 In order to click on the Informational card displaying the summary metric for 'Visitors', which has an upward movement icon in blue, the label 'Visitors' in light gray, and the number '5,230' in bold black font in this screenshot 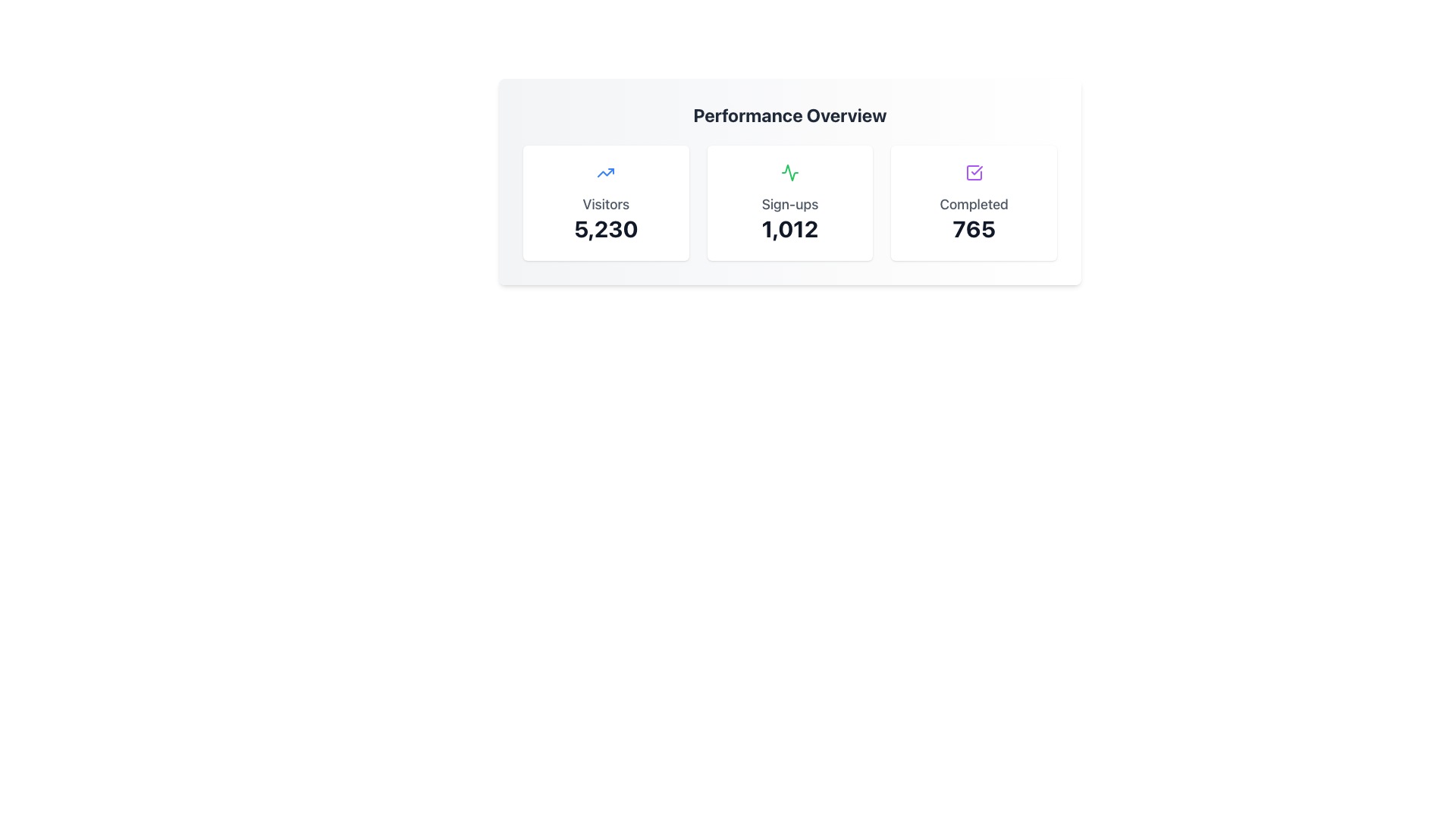, I will do `click(605, 202)`.